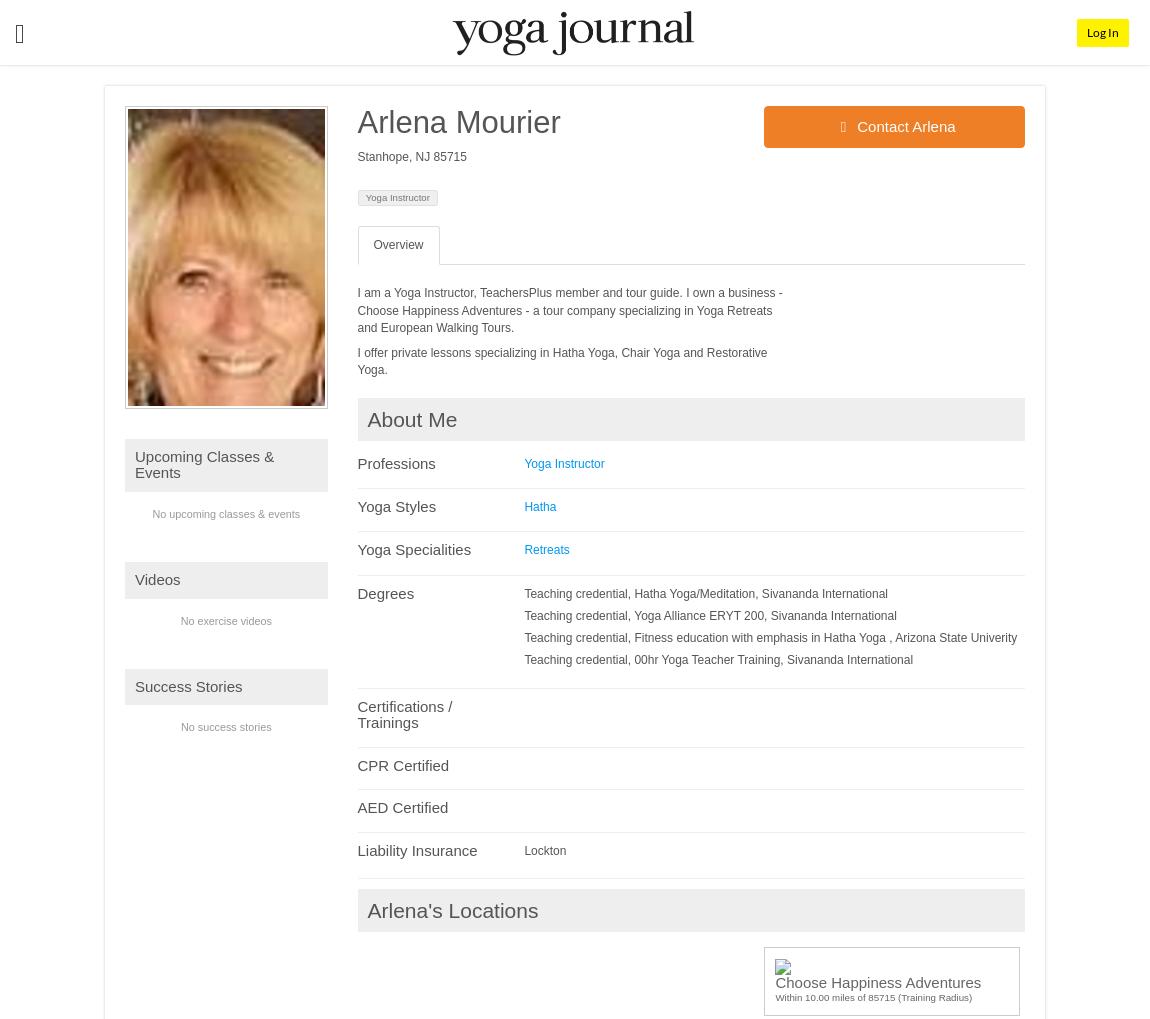 This screenshot has height=1019, width=1150. What do you see at coordinates (458, 121) in the screenshot?
I see `'Arlena Mourier'` at bounding box center [458, 121].